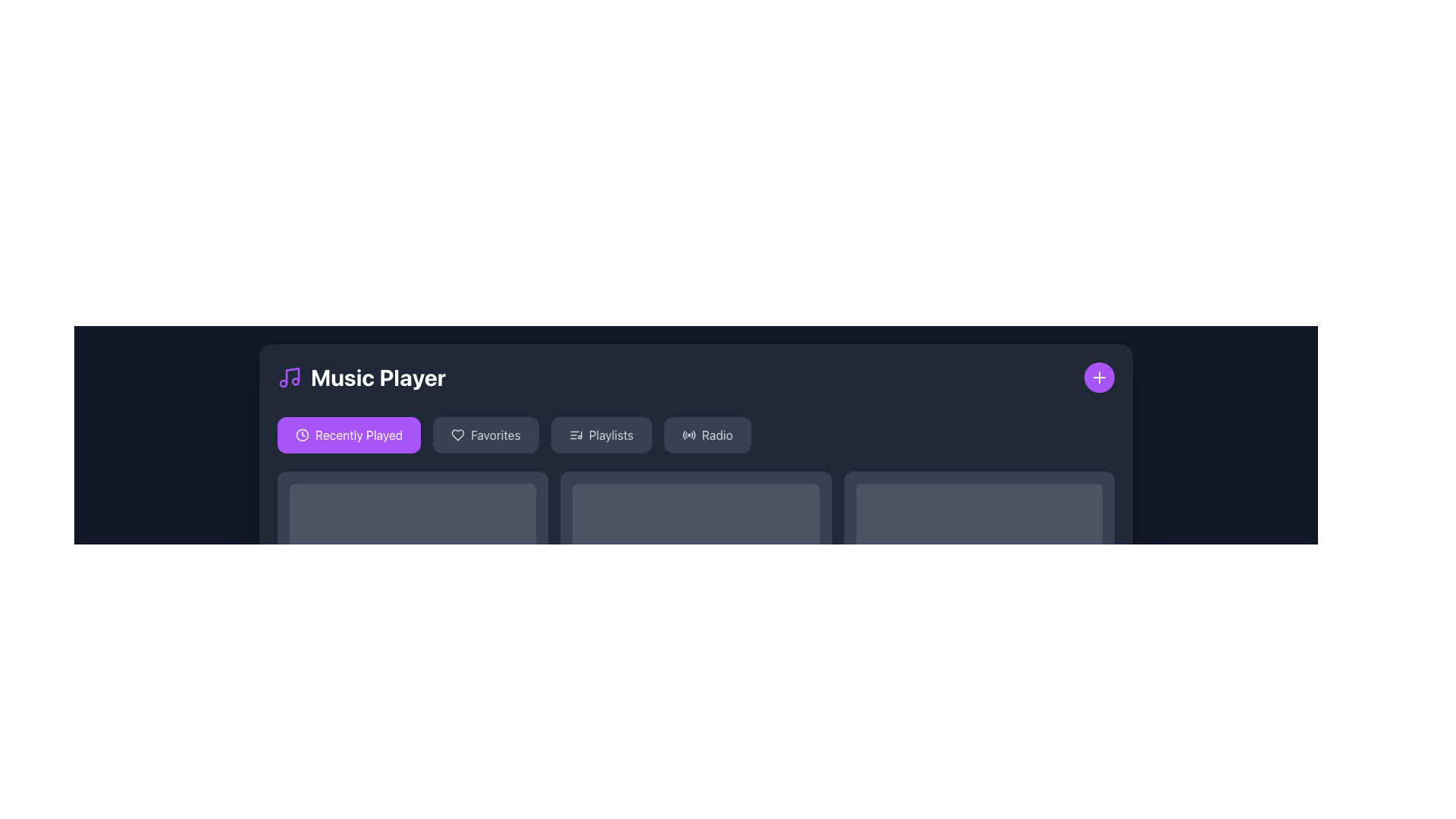  I want to click on the 'Playlists' text label within the button located in the horizontally-aligned menu bar beneath the 'Music Player' heading, so click(611, 435).